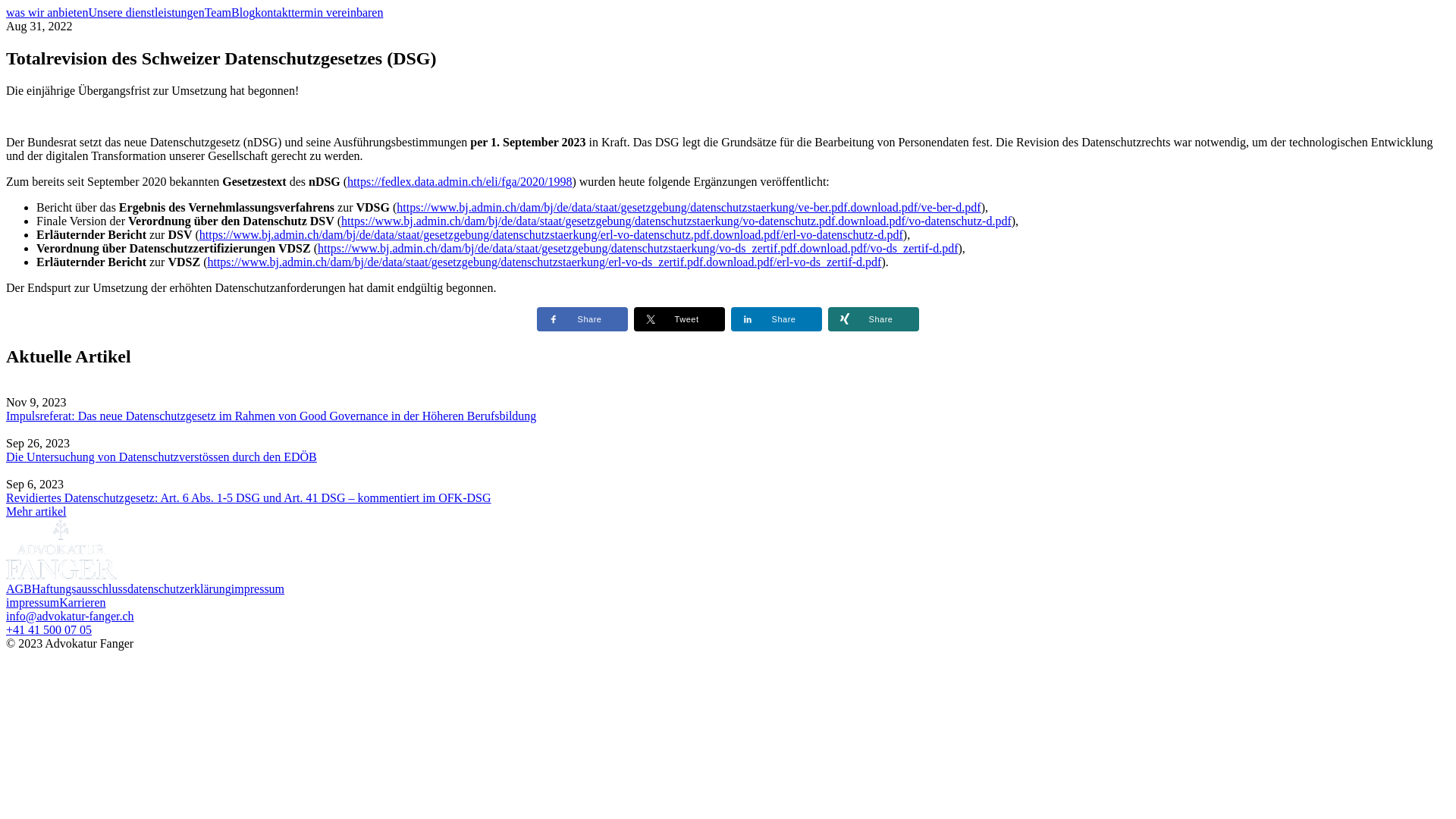 Image resolution: width=1456 pixels, height=819 pixels. What do you see at coordinates (33, 601) in the screenshot?
I see `'impressum'` at bounding box center [33, 601].